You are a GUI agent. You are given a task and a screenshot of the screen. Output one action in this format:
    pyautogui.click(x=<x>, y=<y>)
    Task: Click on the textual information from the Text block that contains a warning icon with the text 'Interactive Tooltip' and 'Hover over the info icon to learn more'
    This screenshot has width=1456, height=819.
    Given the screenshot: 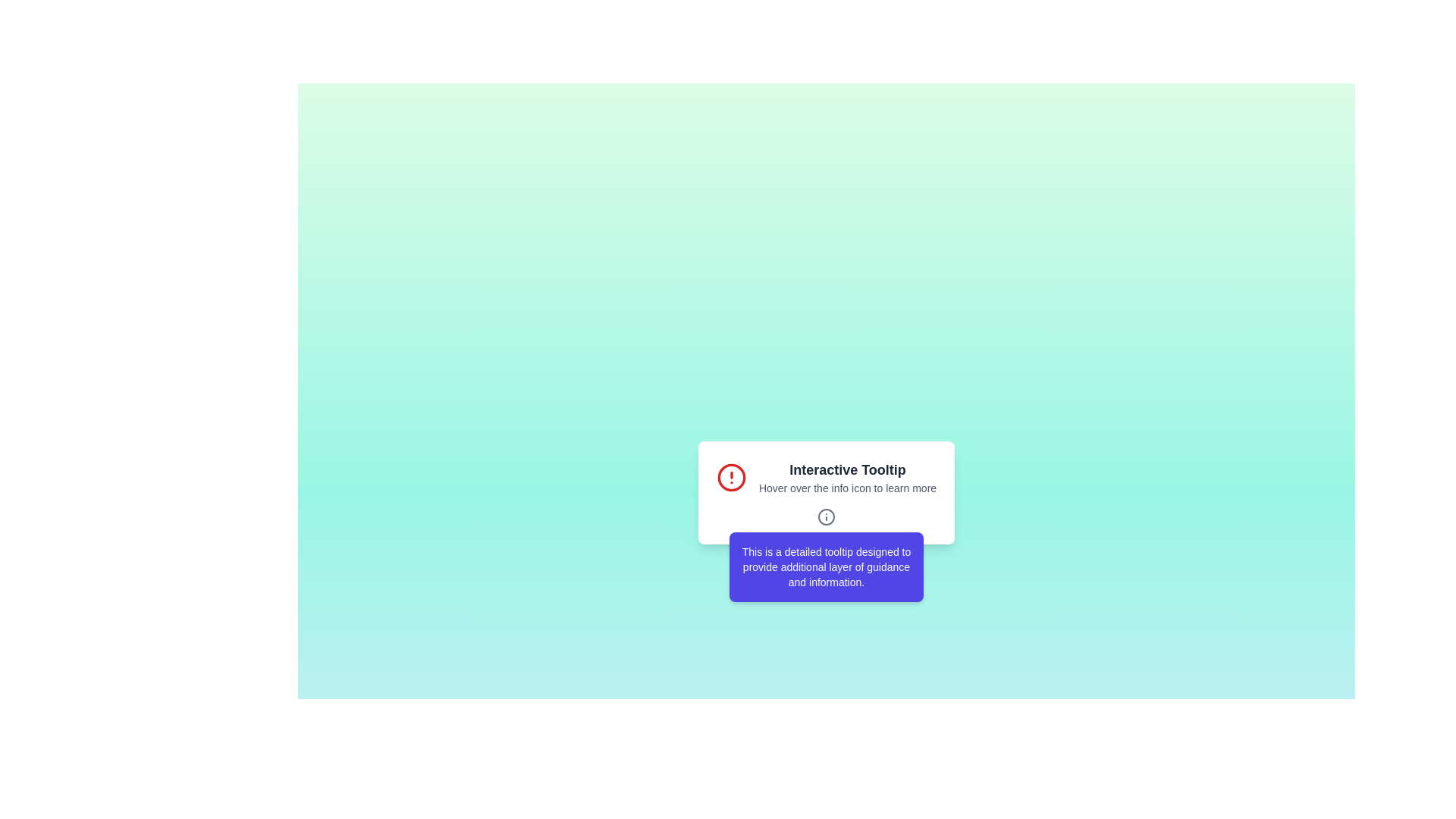 What is the action you would take?
    pyautogui.click(x=825, y=476)
    